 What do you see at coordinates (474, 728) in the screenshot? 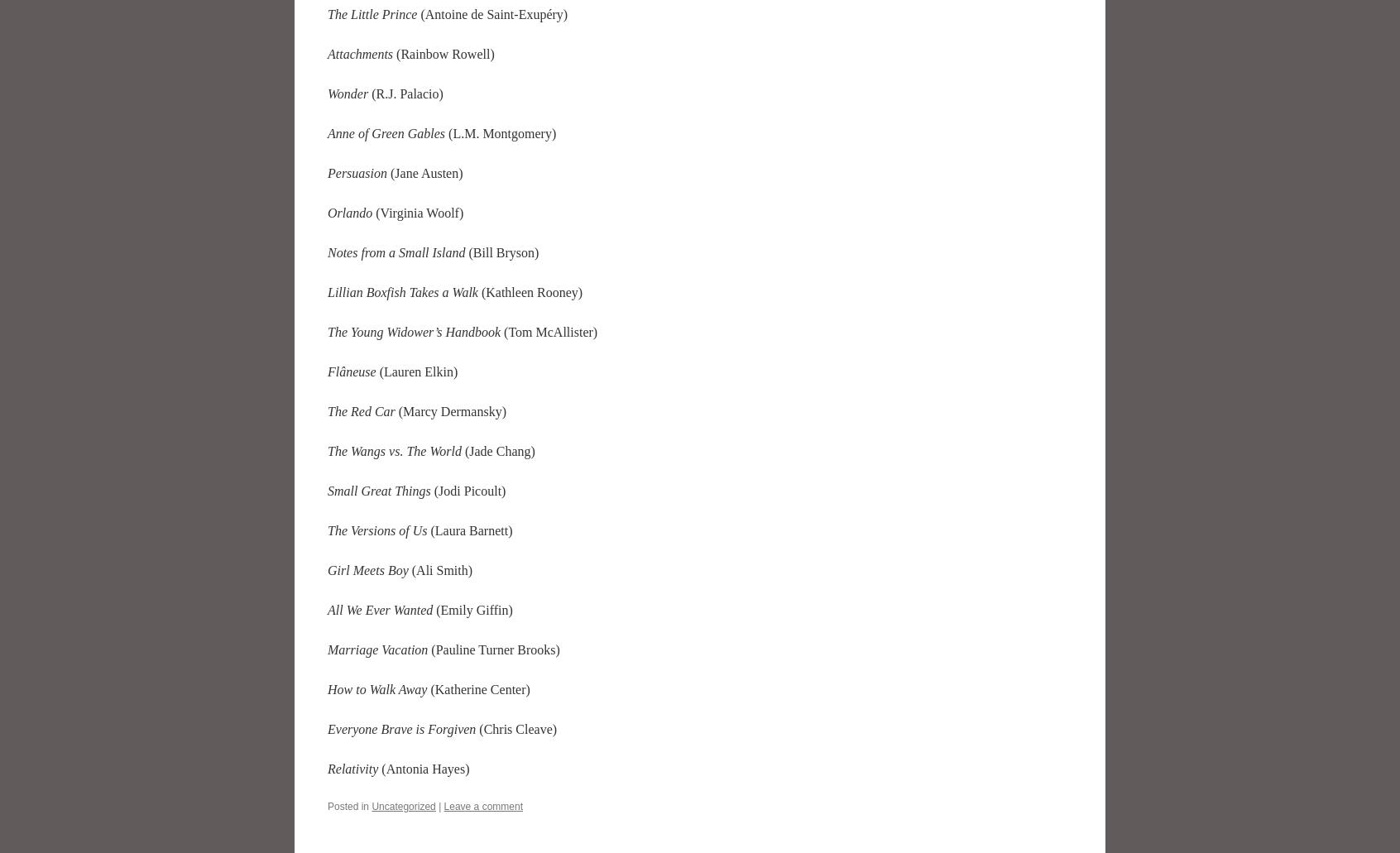
I see `'(Chris Cleave)'` at bounding box center [474, 728].